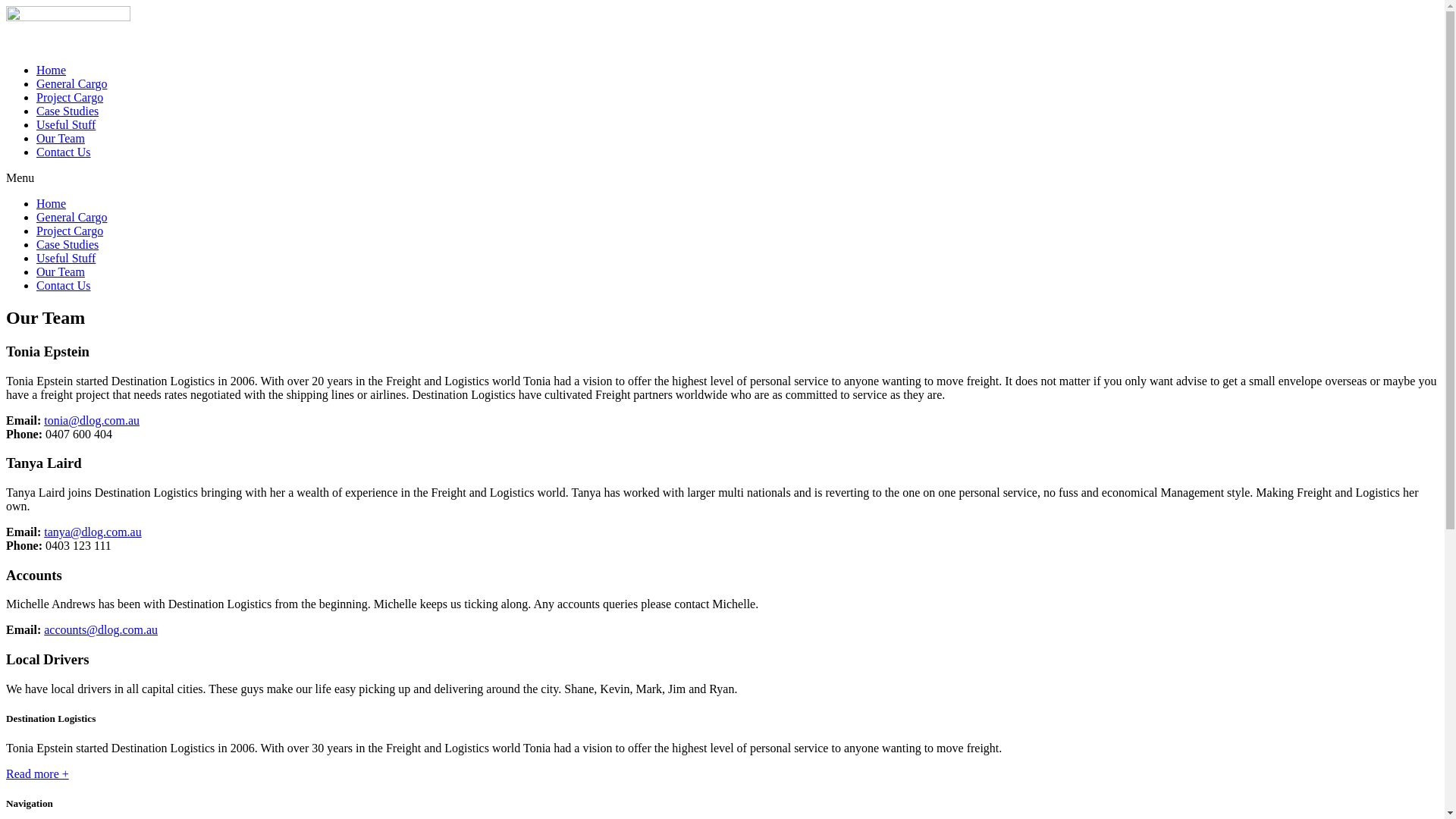 This screenshot has width=1456, height=819. Describe the element at coordinates (51, 70) in the screenshot. I see `'Home'` at that location.